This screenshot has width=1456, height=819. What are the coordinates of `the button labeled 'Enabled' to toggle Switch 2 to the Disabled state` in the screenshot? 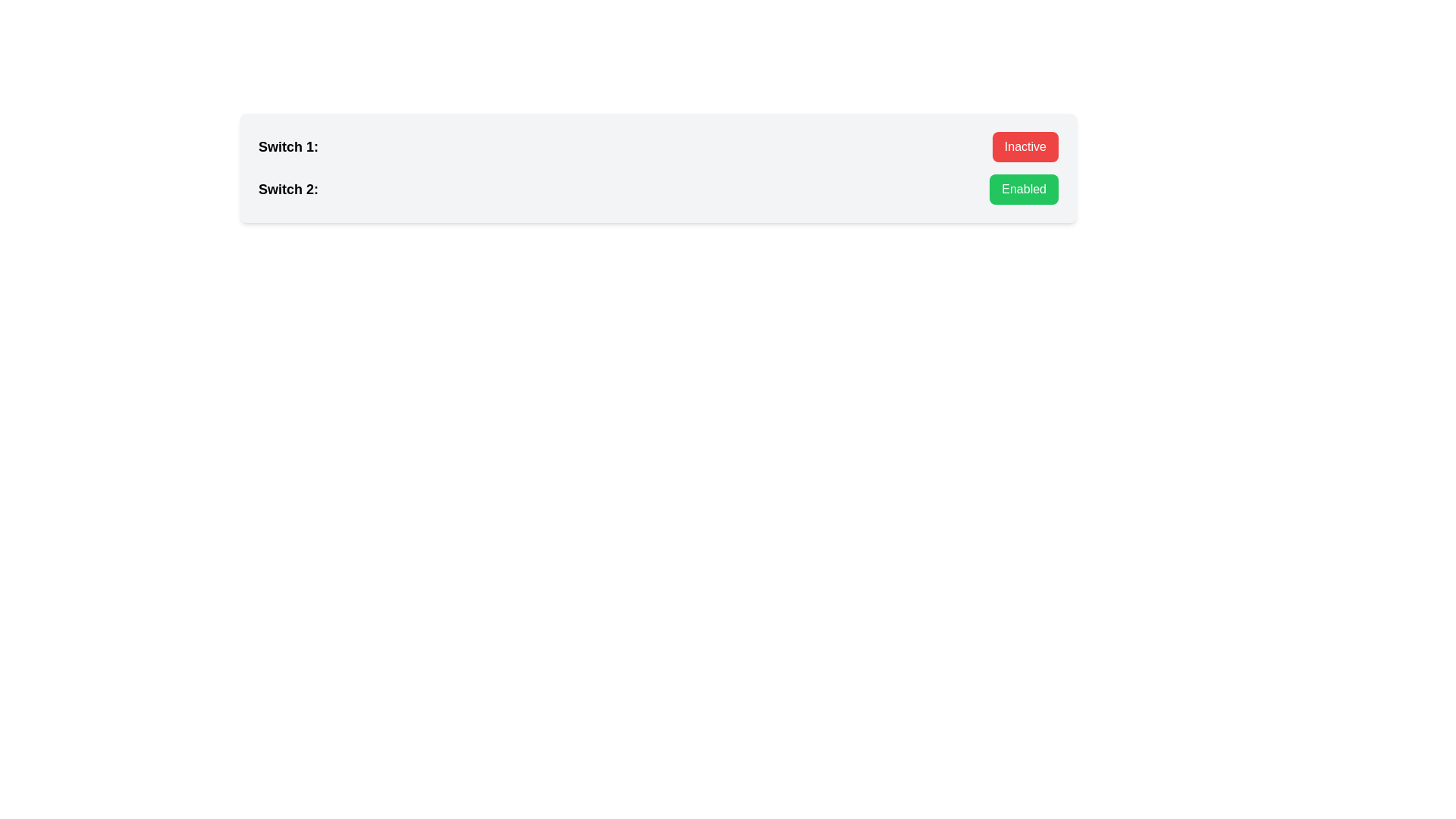 It's located at (1023, 189).